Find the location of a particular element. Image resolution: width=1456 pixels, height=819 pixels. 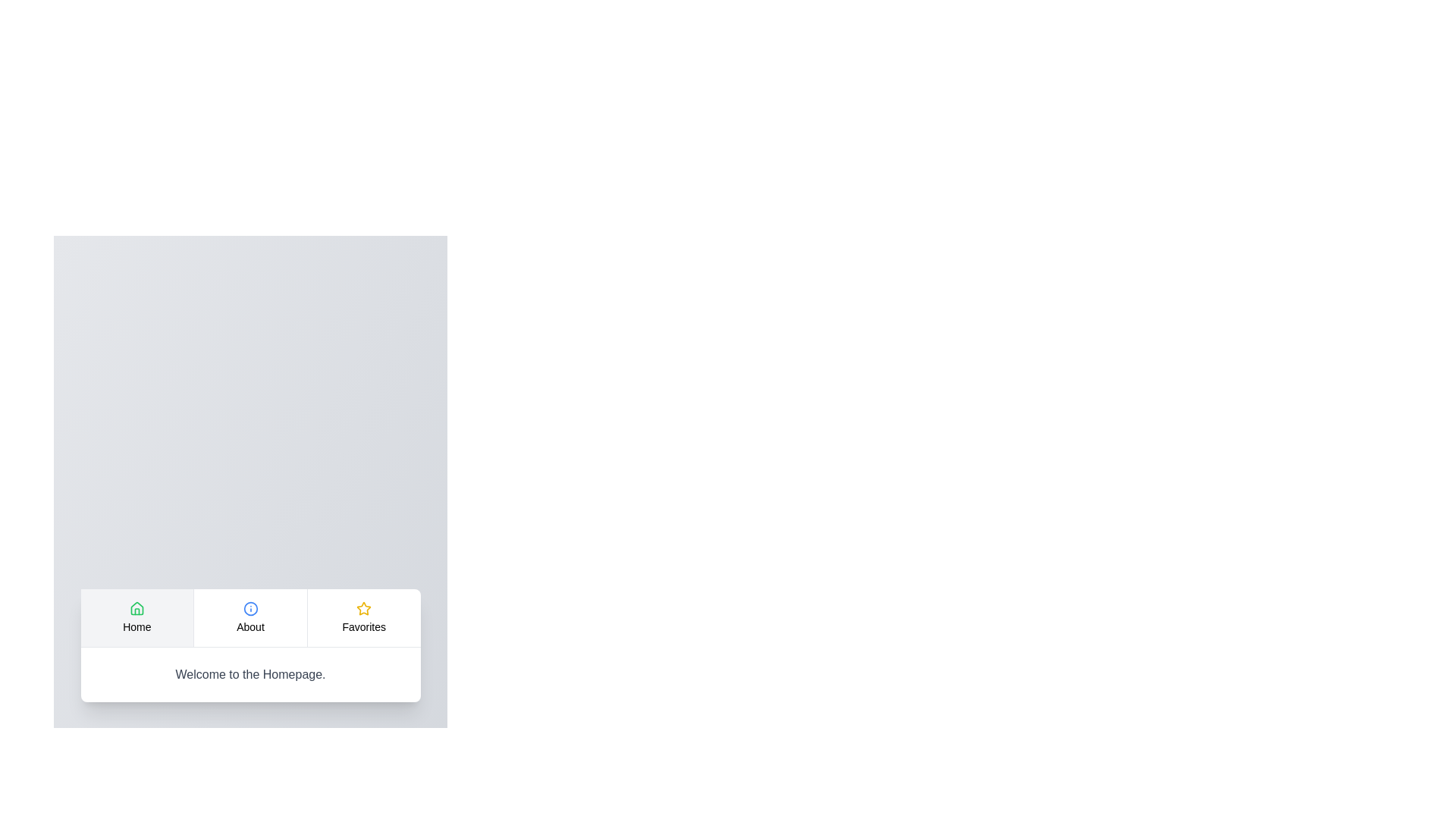

the 'About' tab to select it is located at coordinates (250, 617).